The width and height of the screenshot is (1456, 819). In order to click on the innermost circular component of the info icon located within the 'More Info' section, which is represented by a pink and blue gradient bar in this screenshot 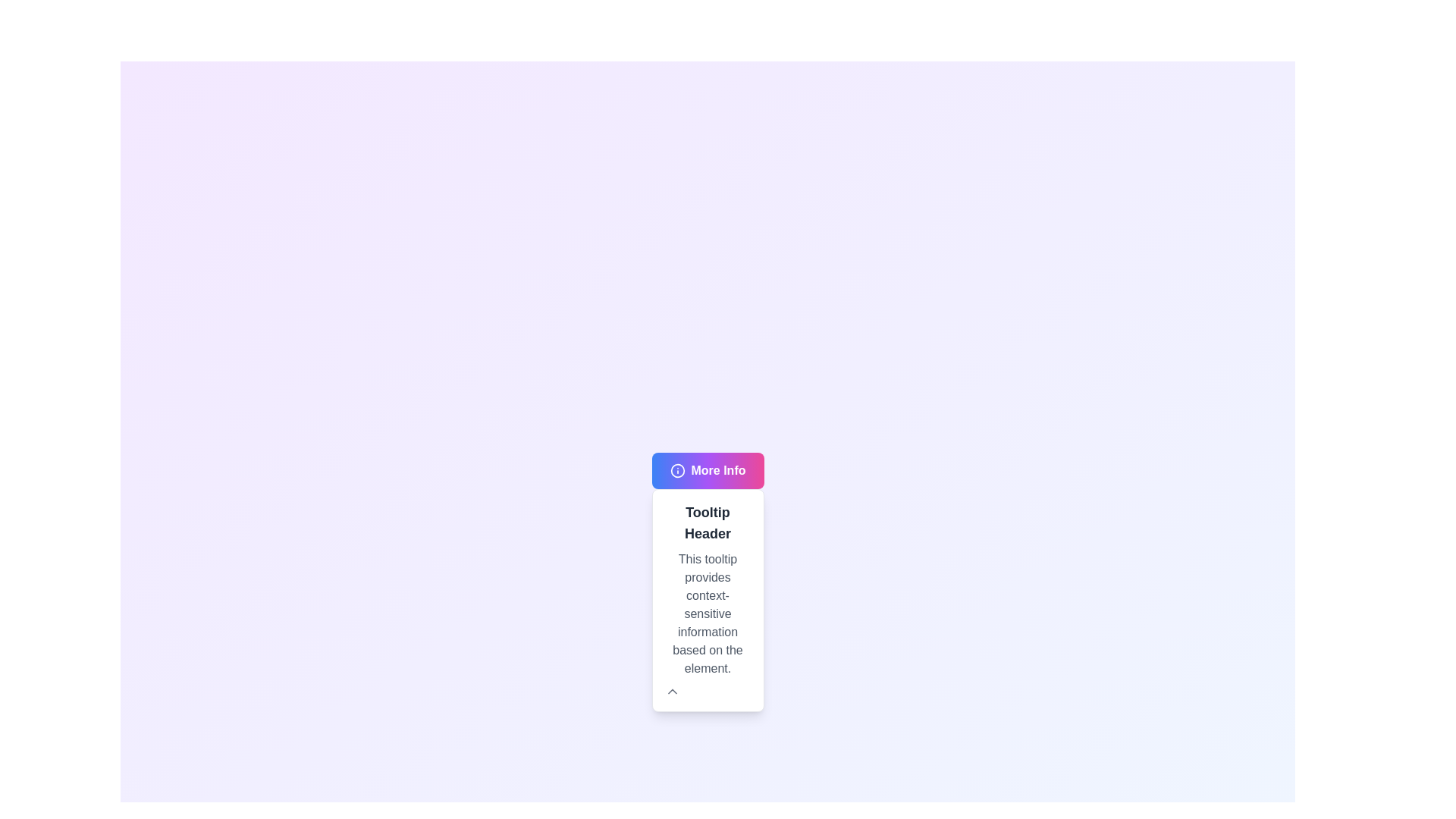, I will do `click(676, 470)`.